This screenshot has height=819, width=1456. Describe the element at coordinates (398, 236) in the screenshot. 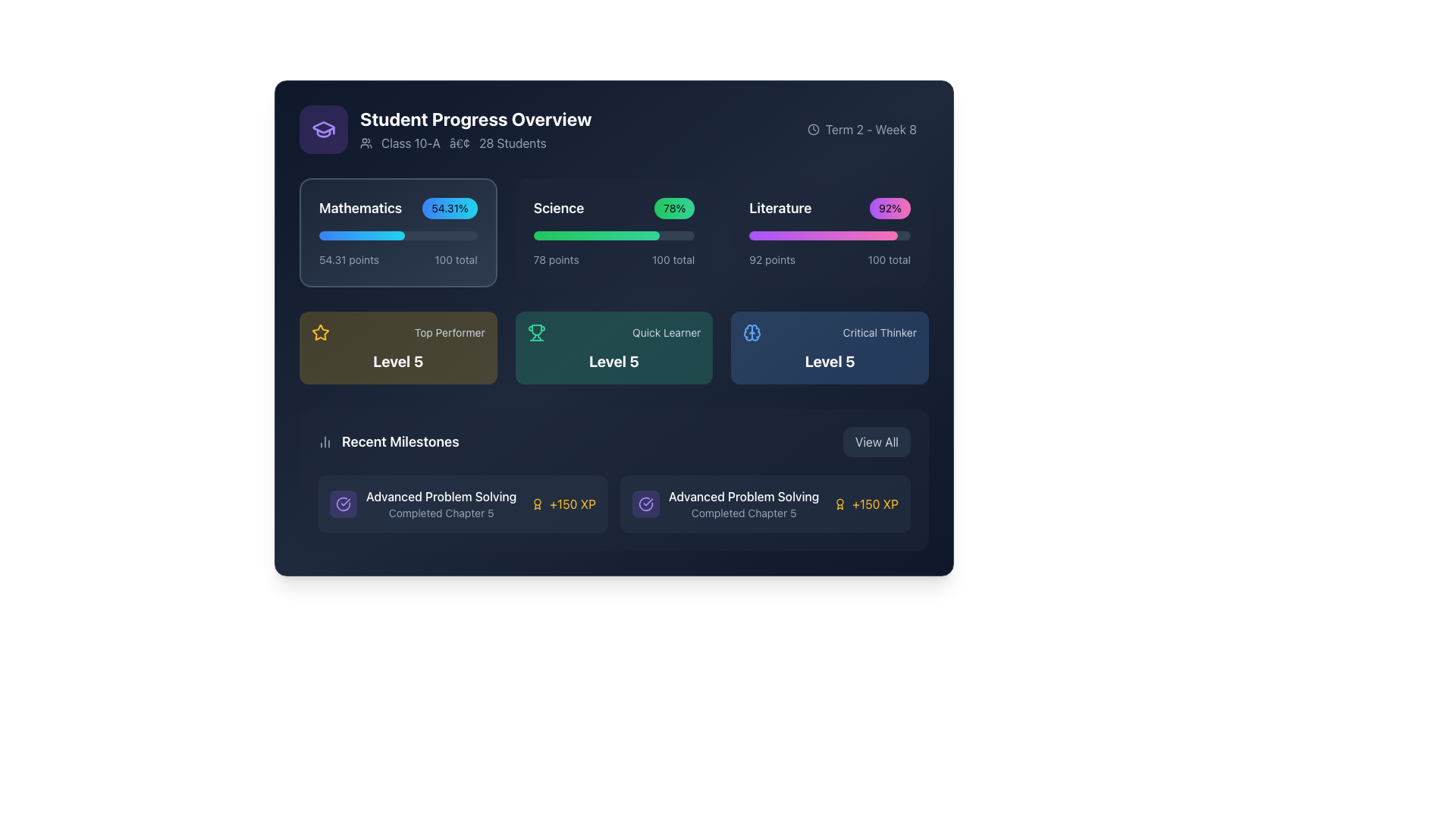

I see `the progress bar representing the progress of 'Mathematics', located centrally beneath the labels 'Mathematics' and '54.31%', and above the summaries '54.31 points' and '100 total'` at that location.